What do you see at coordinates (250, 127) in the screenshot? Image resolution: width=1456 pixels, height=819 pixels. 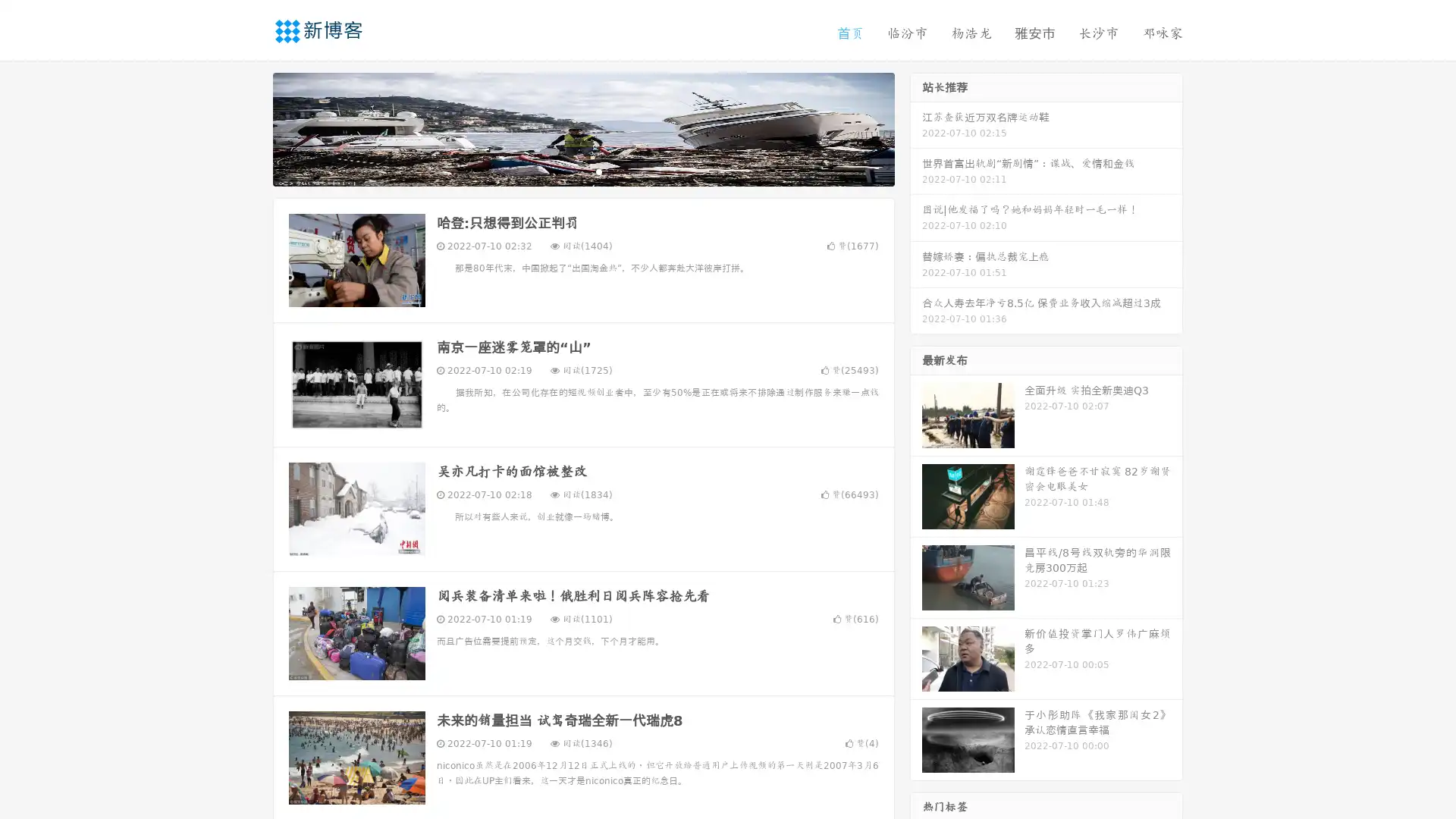 I see `Previous slide` at bounding box center [250, 127].